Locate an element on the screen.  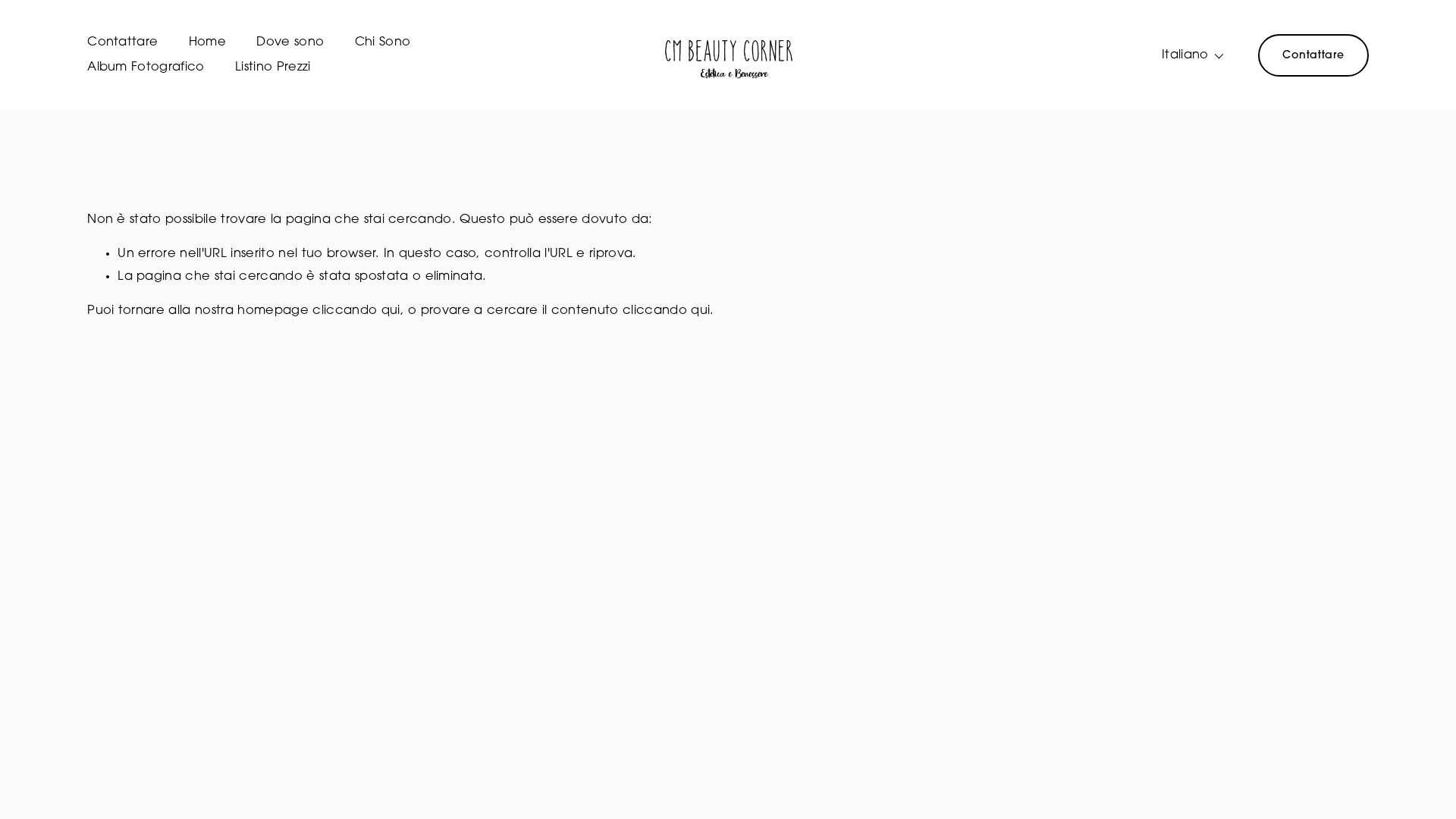
'Album Fotografico' is located at coordinates (146, 67).